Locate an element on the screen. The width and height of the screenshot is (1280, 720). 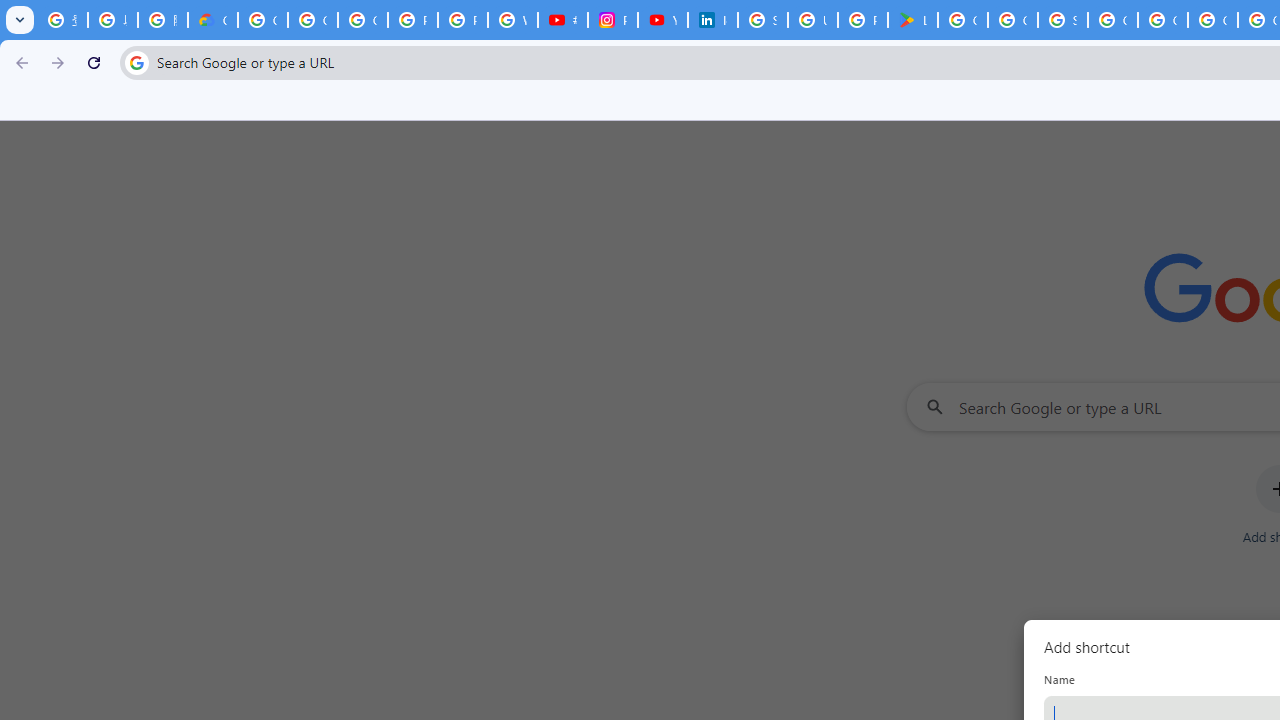
'YouTube Culture & Trends - On The Rise: Handcam Videos' is located at coordinates (663, 20).